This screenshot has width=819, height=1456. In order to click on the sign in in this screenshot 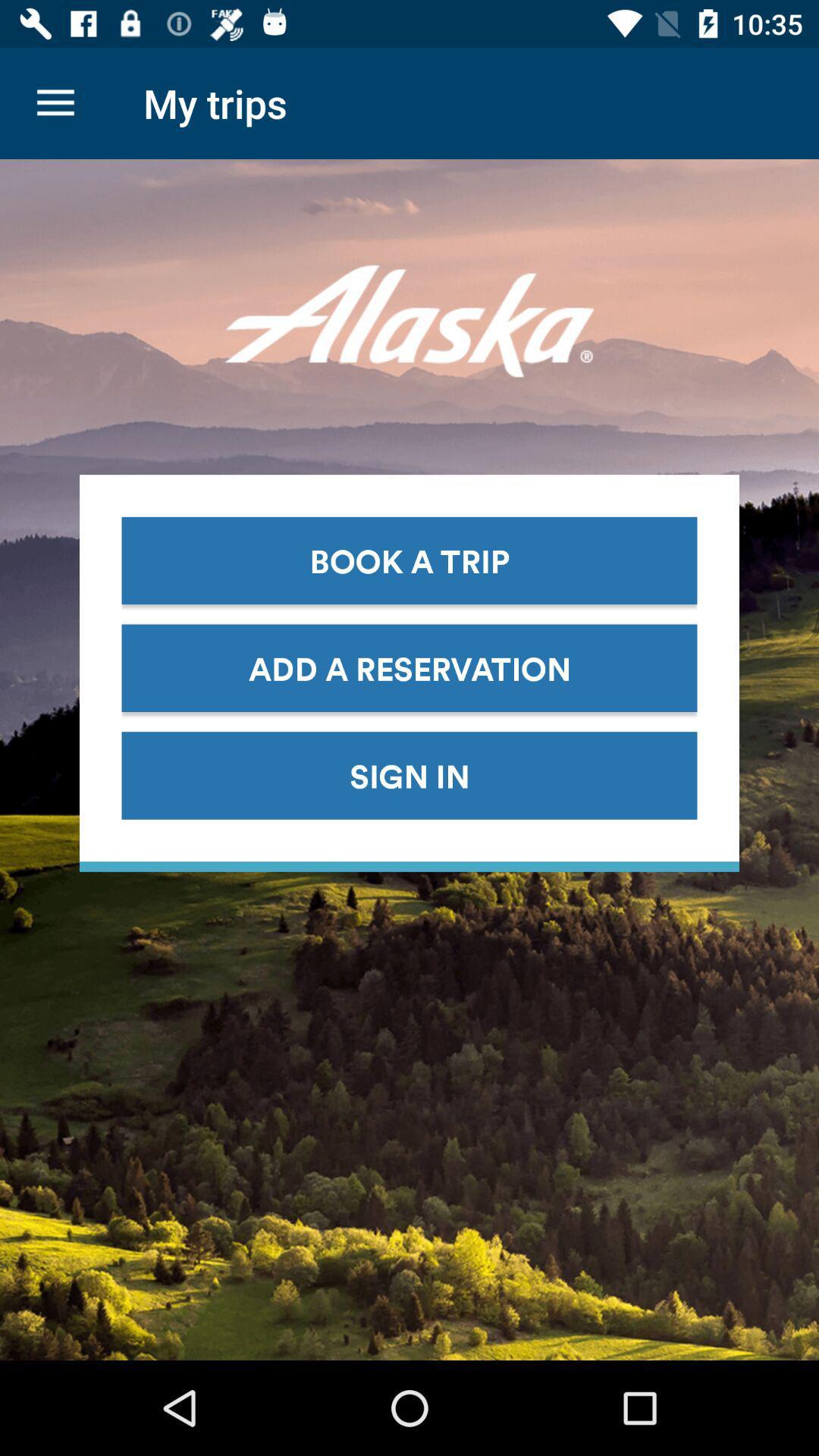, I will do `click(409, 775)`.